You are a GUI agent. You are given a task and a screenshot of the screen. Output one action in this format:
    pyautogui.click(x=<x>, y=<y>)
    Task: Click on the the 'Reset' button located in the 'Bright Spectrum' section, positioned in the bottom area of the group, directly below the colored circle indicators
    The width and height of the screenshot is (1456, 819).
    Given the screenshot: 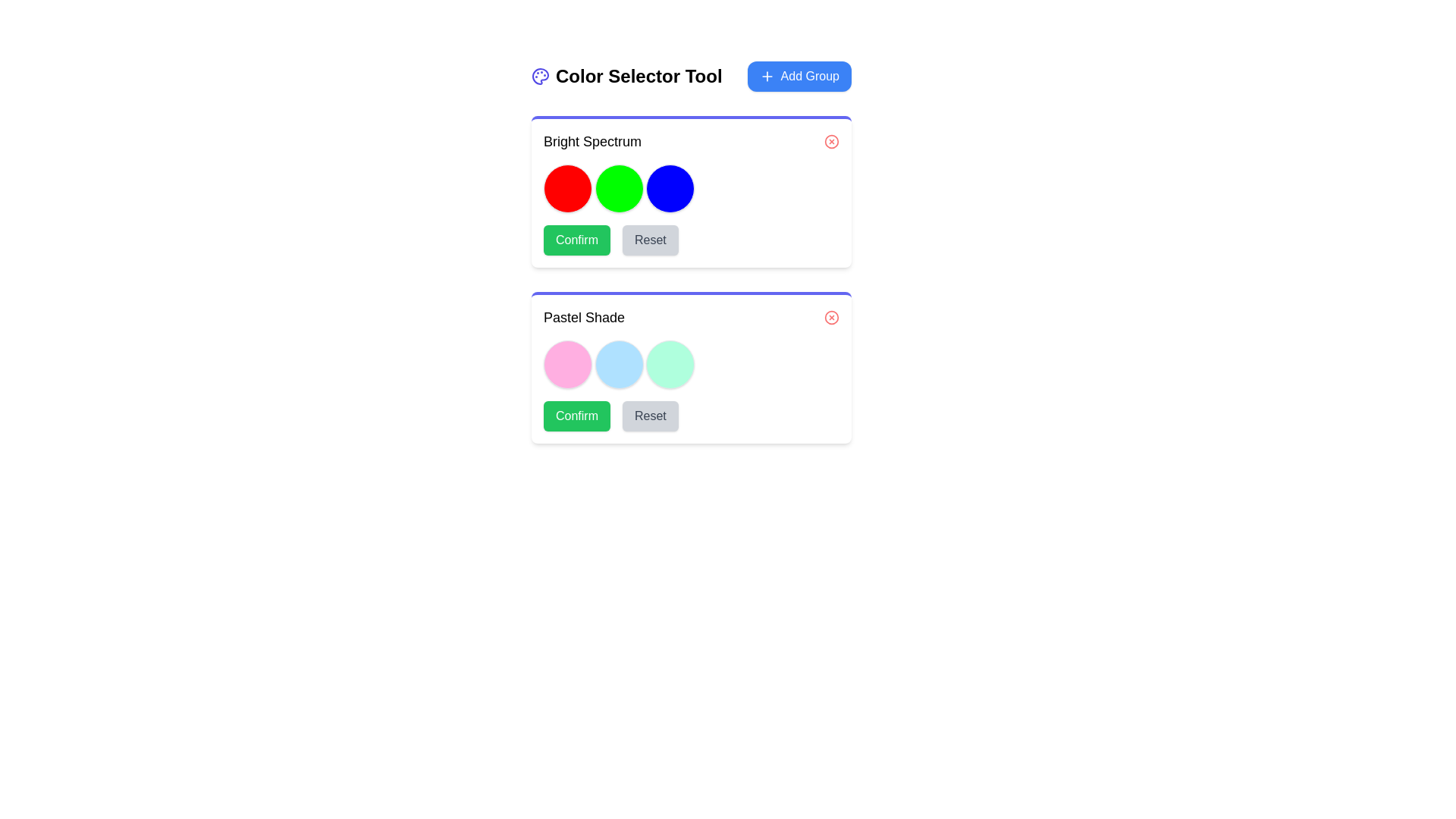 What is the action you would take?
    pyautogui.click(x=691, y=239)
    